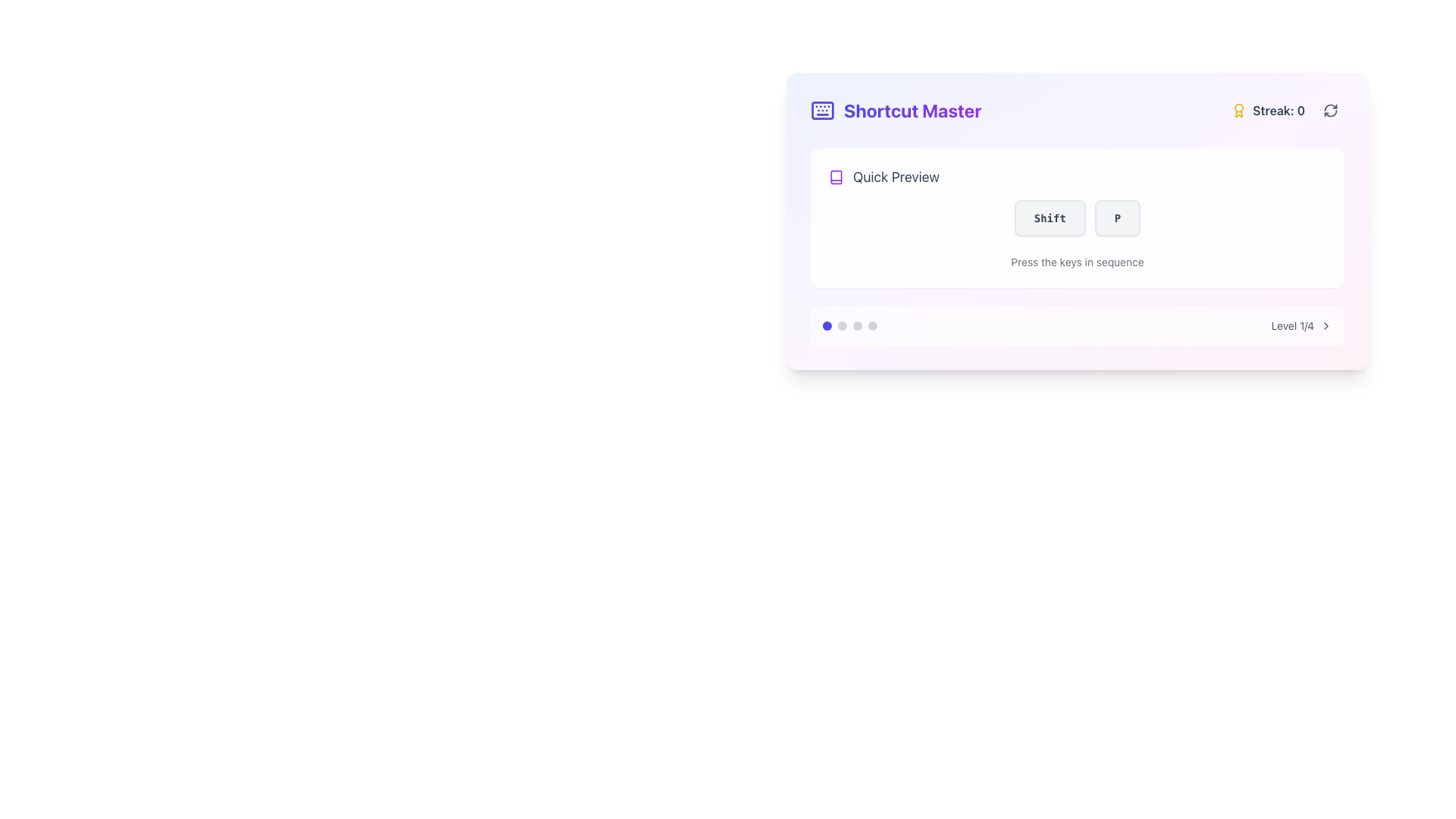  Describe the element at coordinates (841, 325) in the screenshot. I see `the second circular Indicator Dot located below the 'Shortcut Master' panel` at that location.